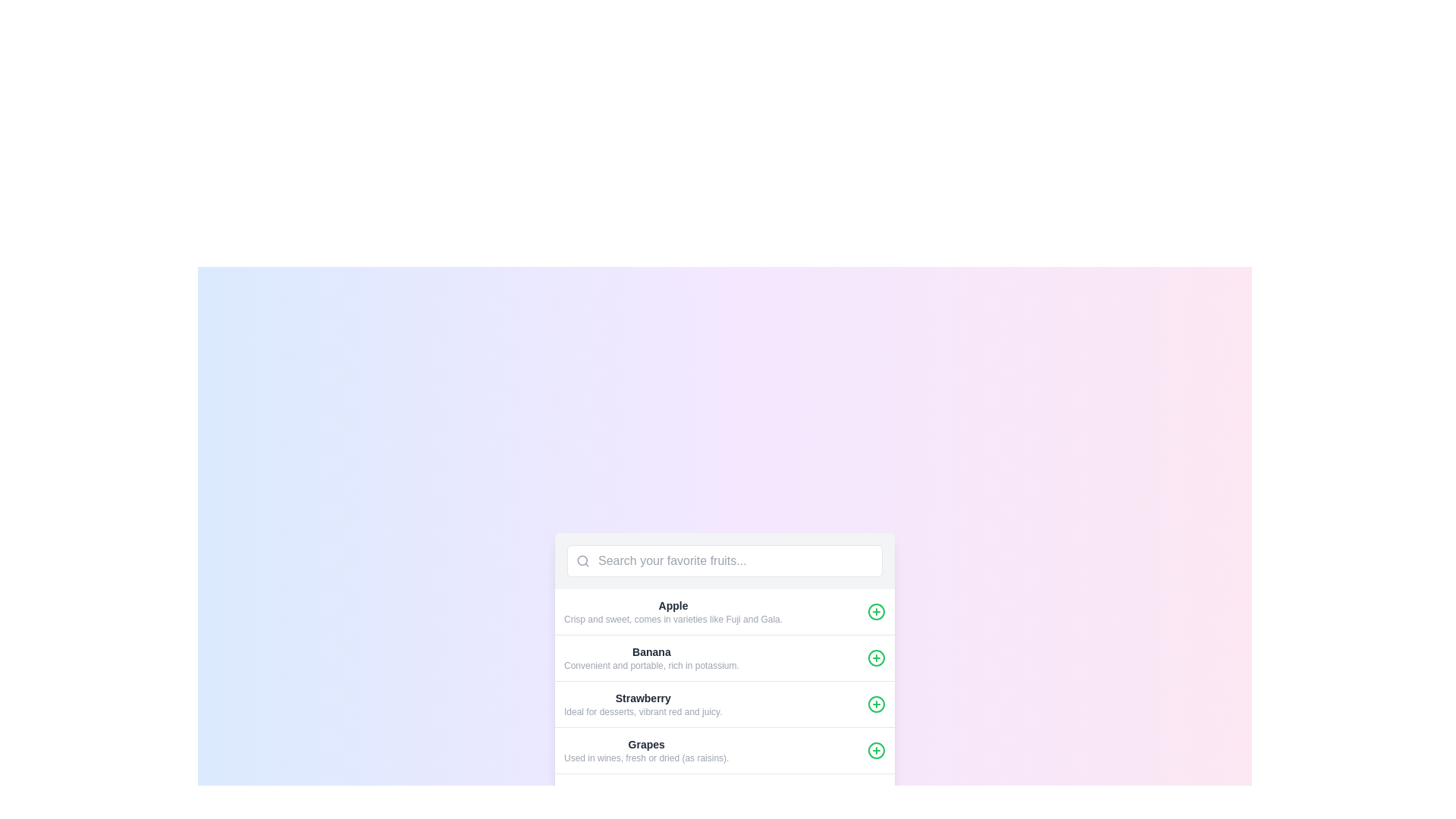 This screenshot has height=819, width=1456. Describe the element at coordinates (877, 751) in the screenshot. I see `the circular green outlined button with a plus symbol, located to the far right of the 'Grapes' row` at that location.